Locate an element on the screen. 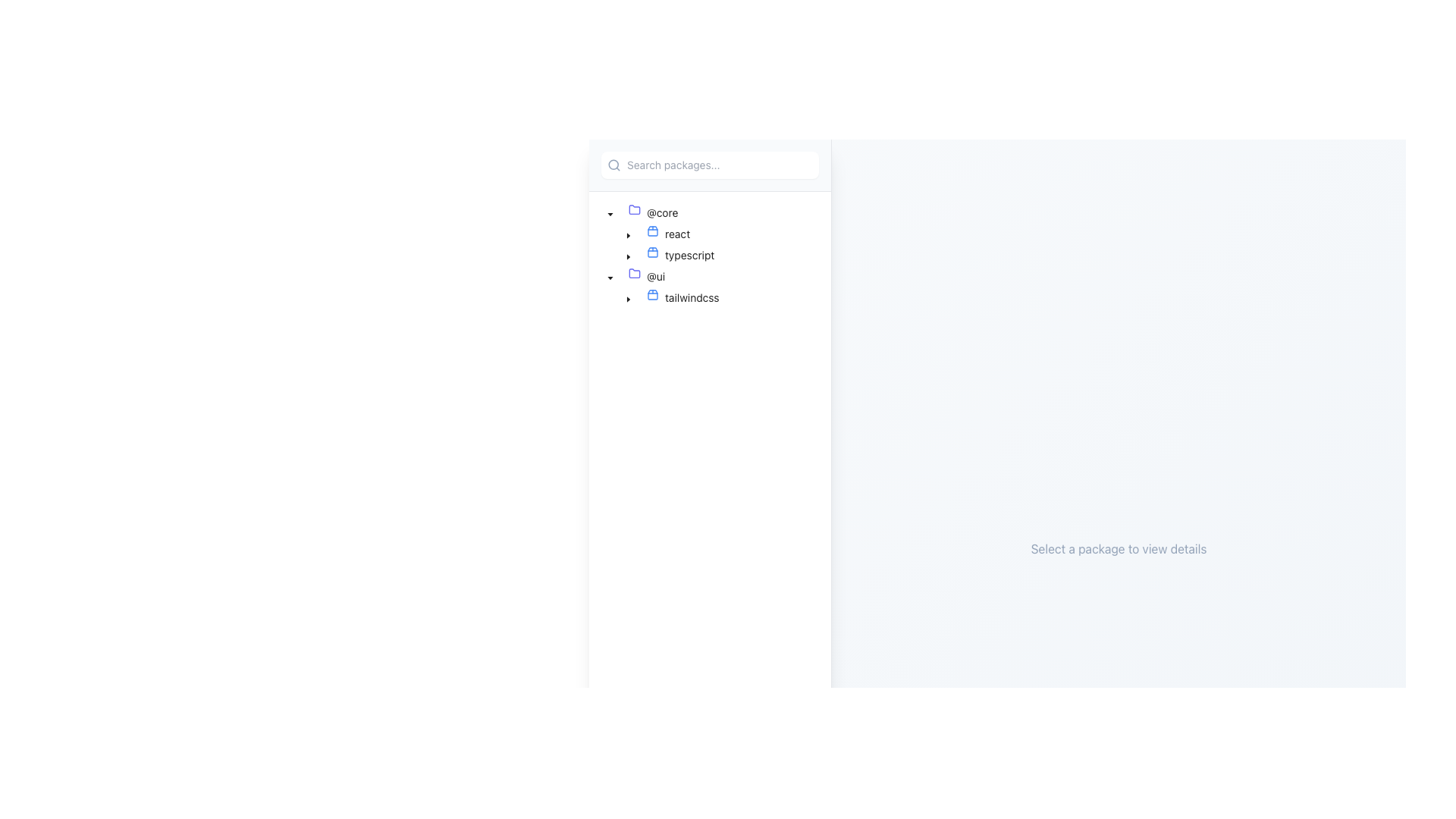  the downward caret icon located beside the '@ui' folder label is located at coordinates (610, 278).